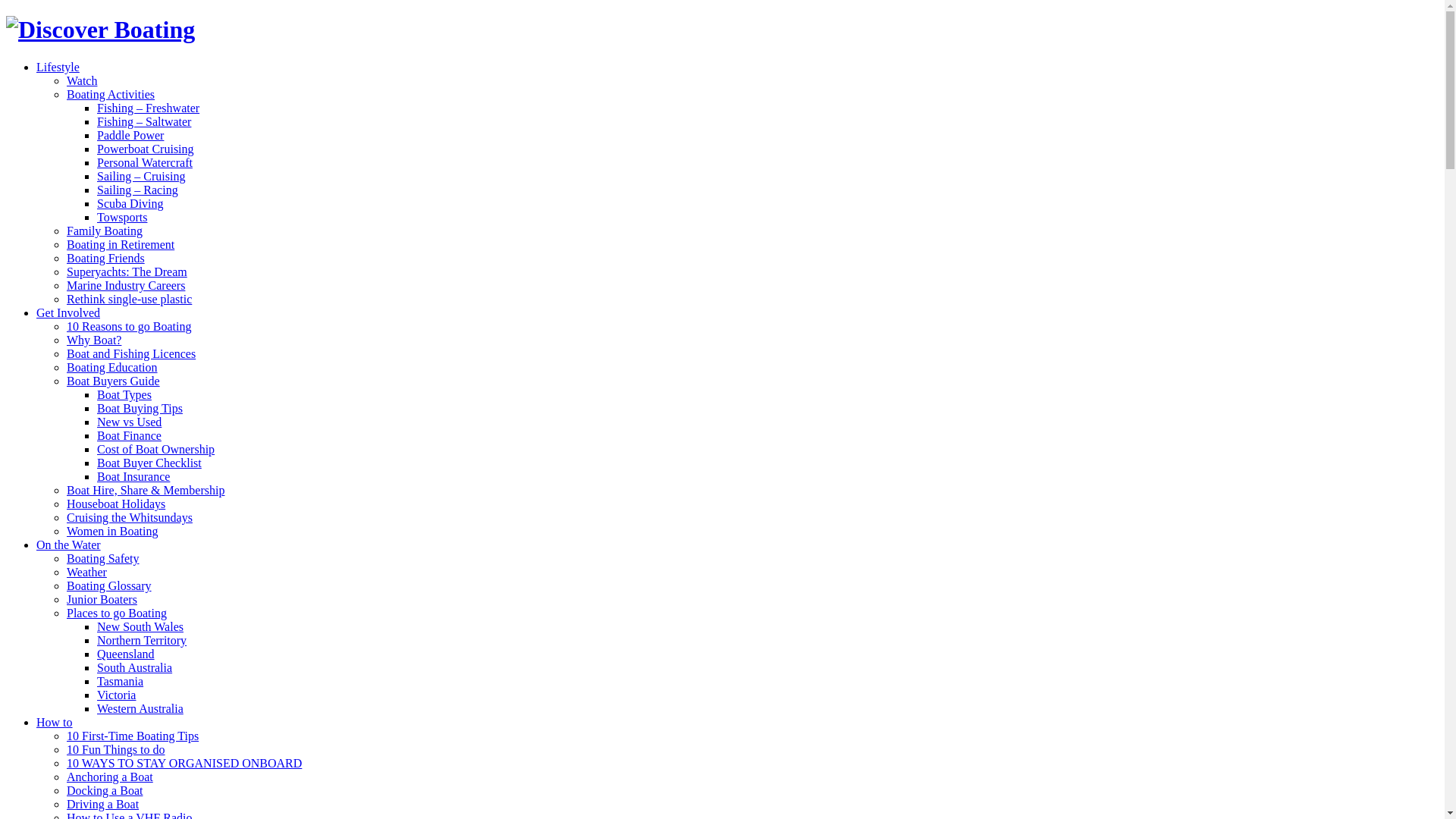  I want to click on 'South Australia', so click(134, 667).